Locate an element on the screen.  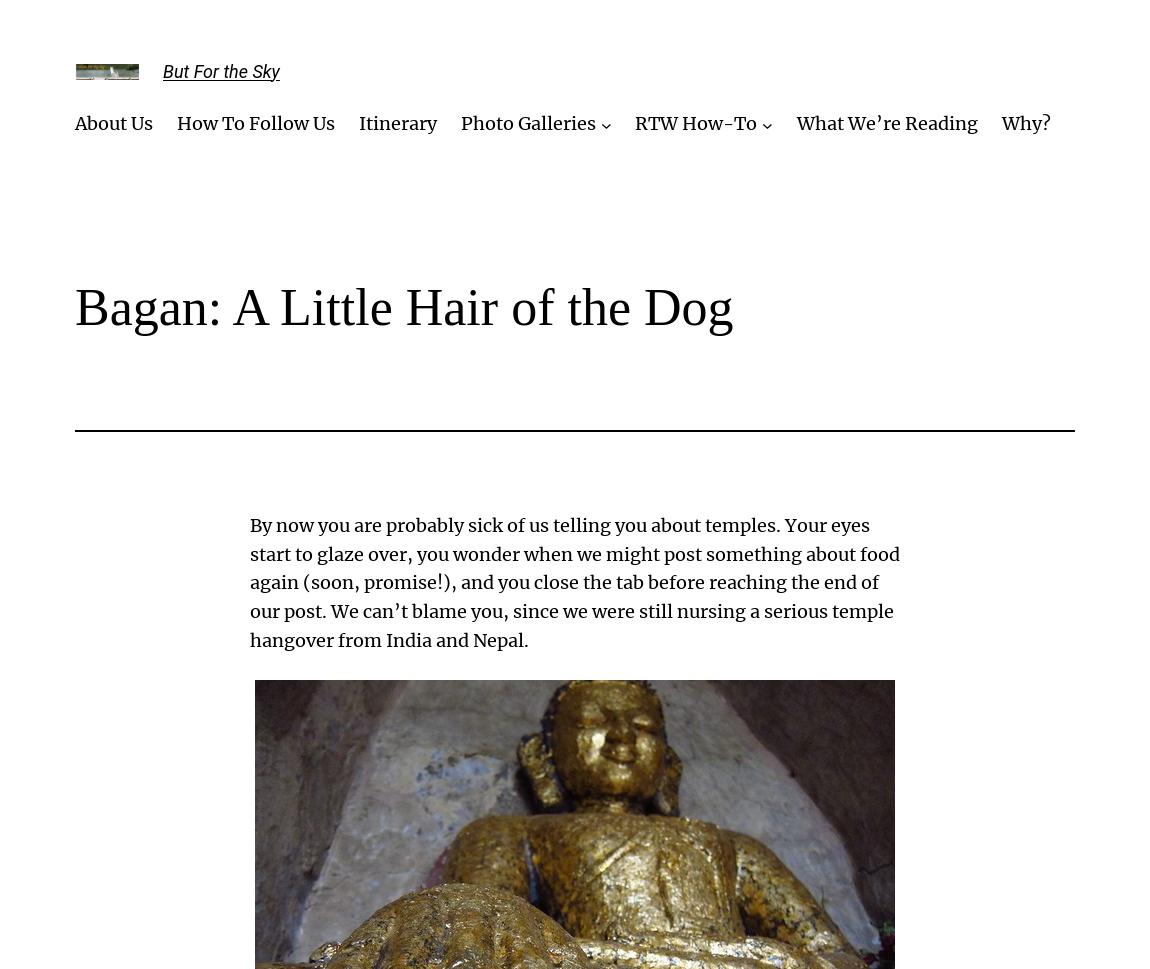
'About Us' is located at coordinates (112, 123).